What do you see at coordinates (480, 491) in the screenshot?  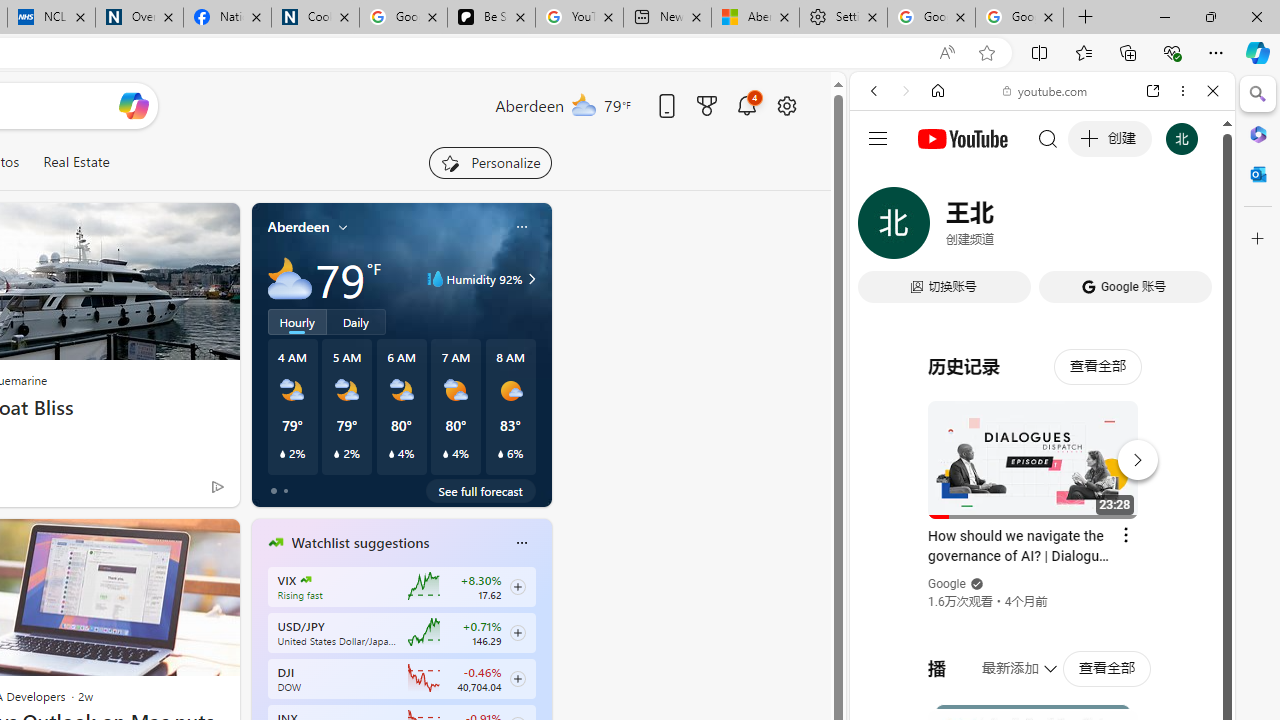 I see `'See full forecast'` at bounding box center [480, 491].